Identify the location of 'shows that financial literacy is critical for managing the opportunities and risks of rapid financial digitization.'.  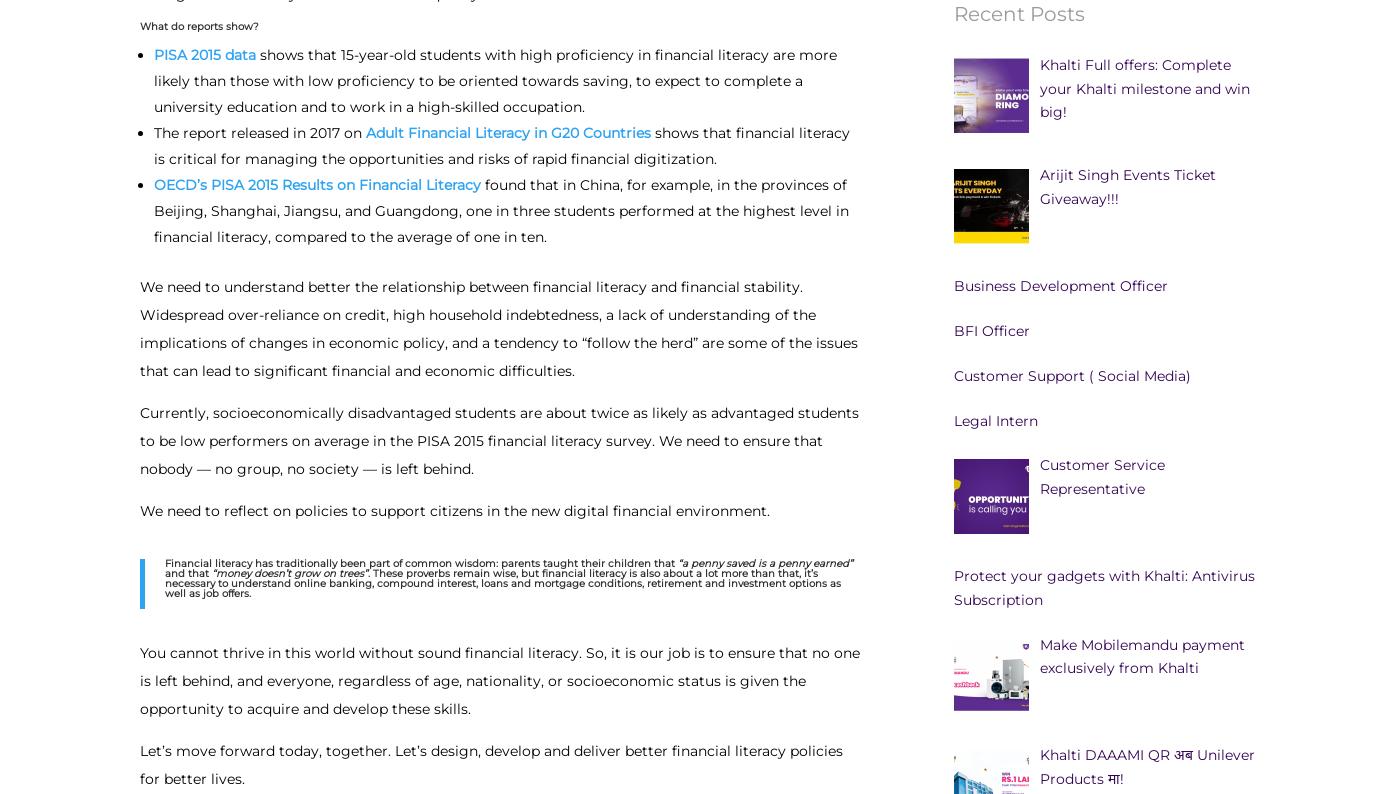
(154, 144).